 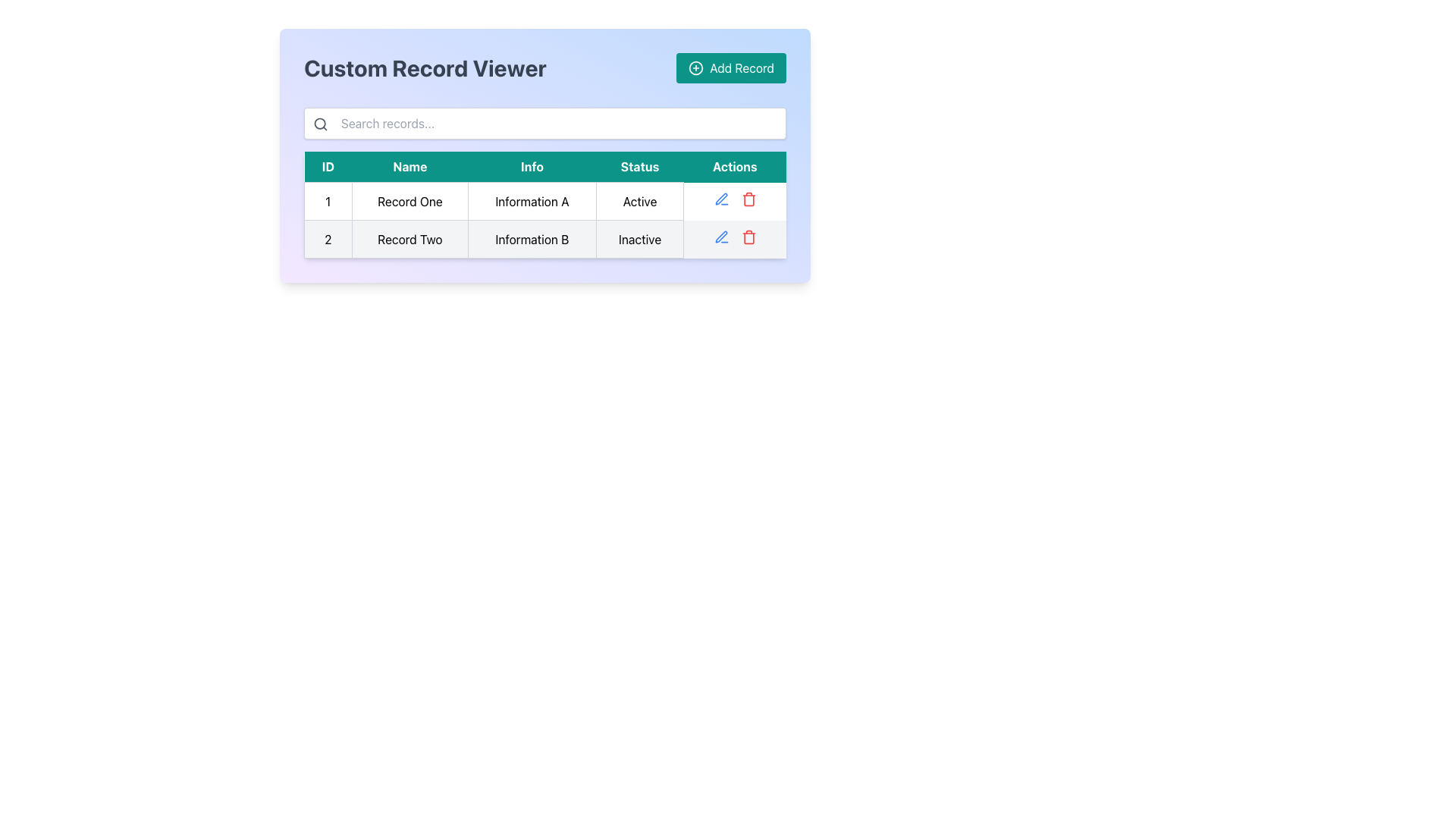 What do you see at coordinates (735, 167) in the screenshot?
I see `the 'Actions' column header label in the data table, which is the fifth header aligned to the rightmost side, indicating the purpose of the column for action buttons or controls` at bounding box center [735, 167].